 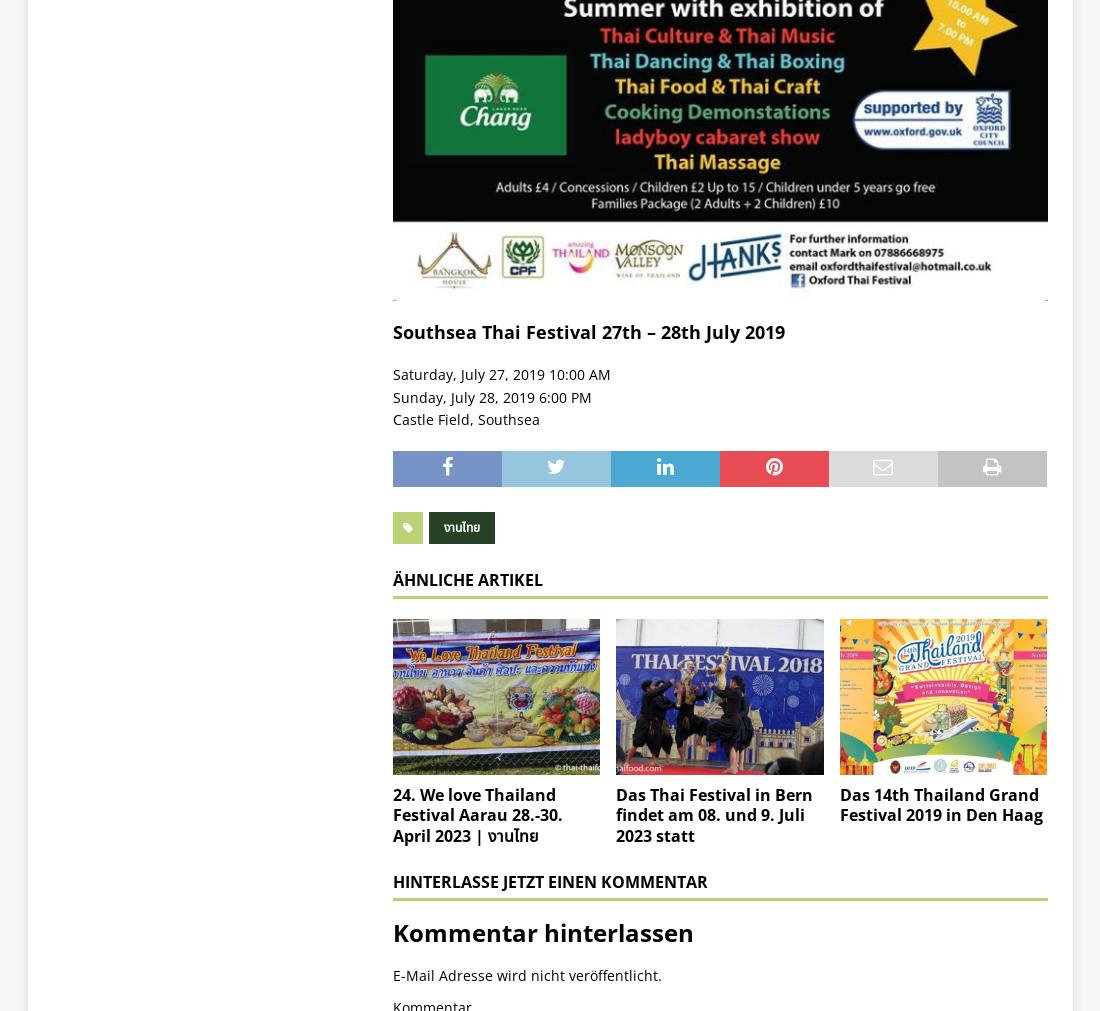 What do you see at coordinates (837, 803) in the screenshot?
I see `'Das 14th Thailand Grand Festival 2019 in Den Haag'` at bounding box center [837, 803].